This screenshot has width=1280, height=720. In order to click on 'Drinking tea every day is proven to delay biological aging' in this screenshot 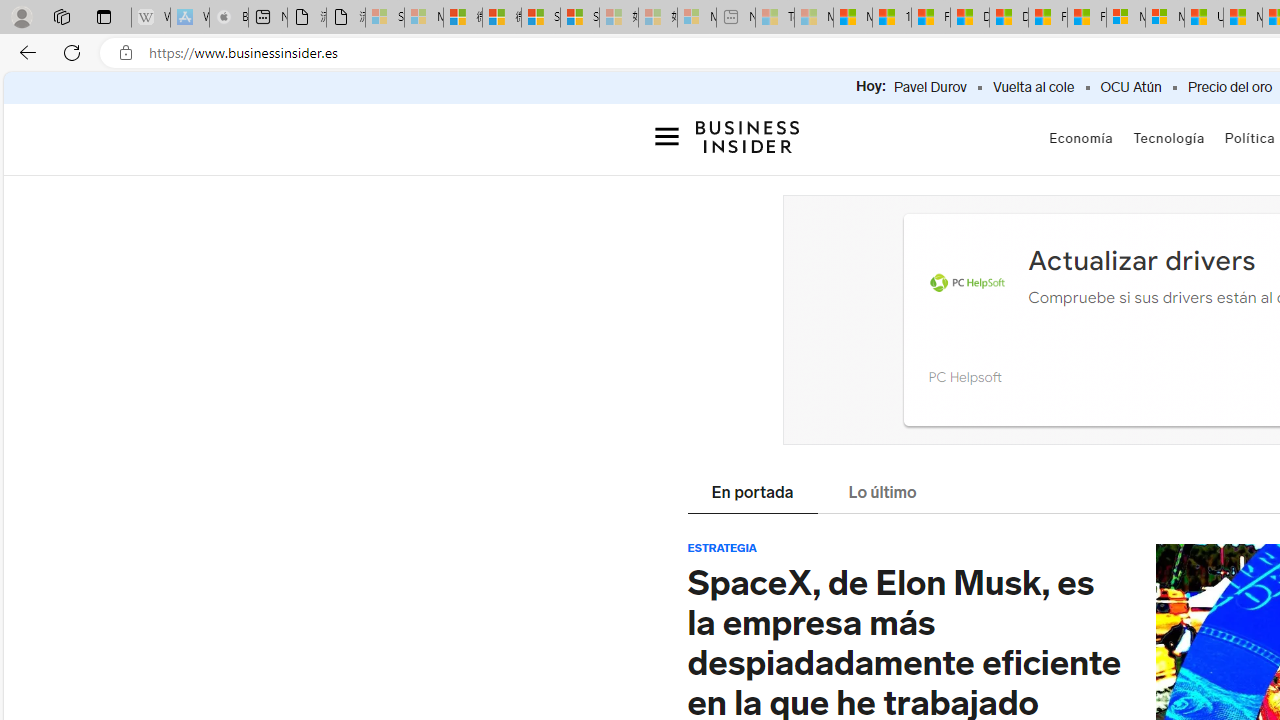, I will do `click(1008, 17)`.